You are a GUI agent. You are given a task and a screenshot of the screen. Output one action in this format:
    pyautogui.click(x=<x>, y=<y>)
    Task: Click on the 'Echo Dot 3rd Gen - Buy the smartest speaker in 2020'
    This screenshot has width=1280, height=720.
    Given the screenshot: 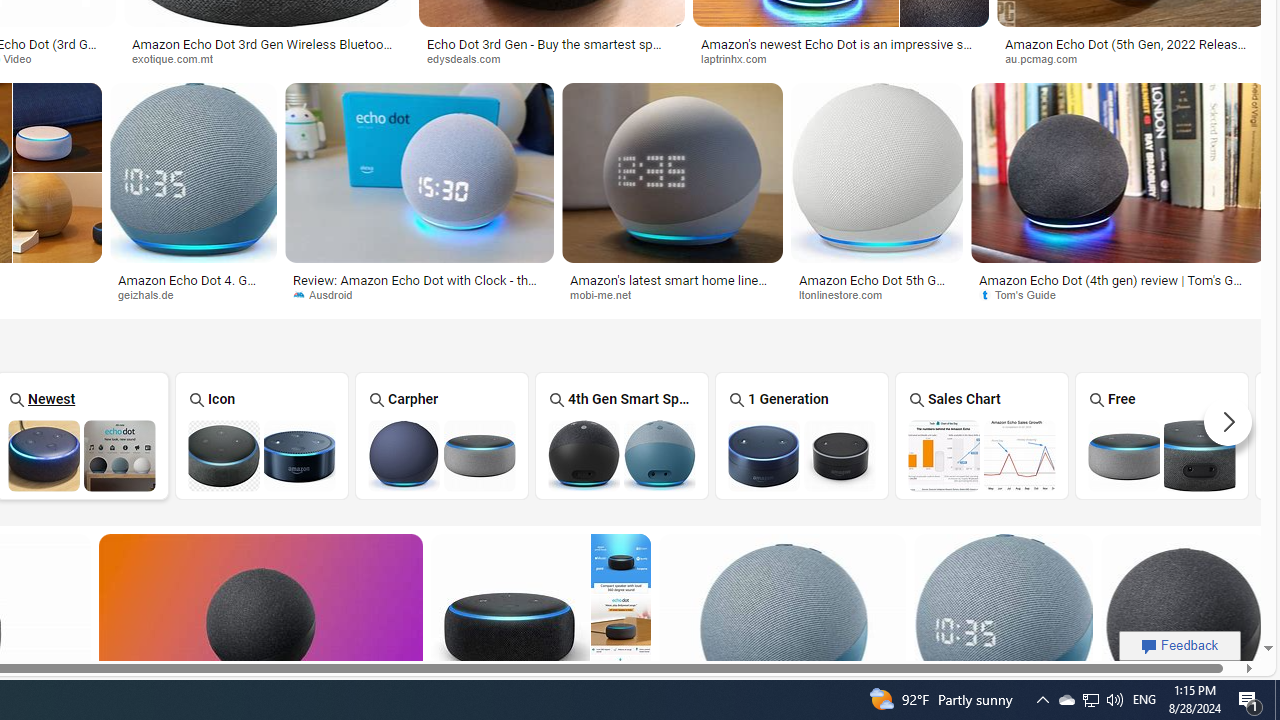 What is the action you would take?
    pyautogui.click(x=551, y=50)
    